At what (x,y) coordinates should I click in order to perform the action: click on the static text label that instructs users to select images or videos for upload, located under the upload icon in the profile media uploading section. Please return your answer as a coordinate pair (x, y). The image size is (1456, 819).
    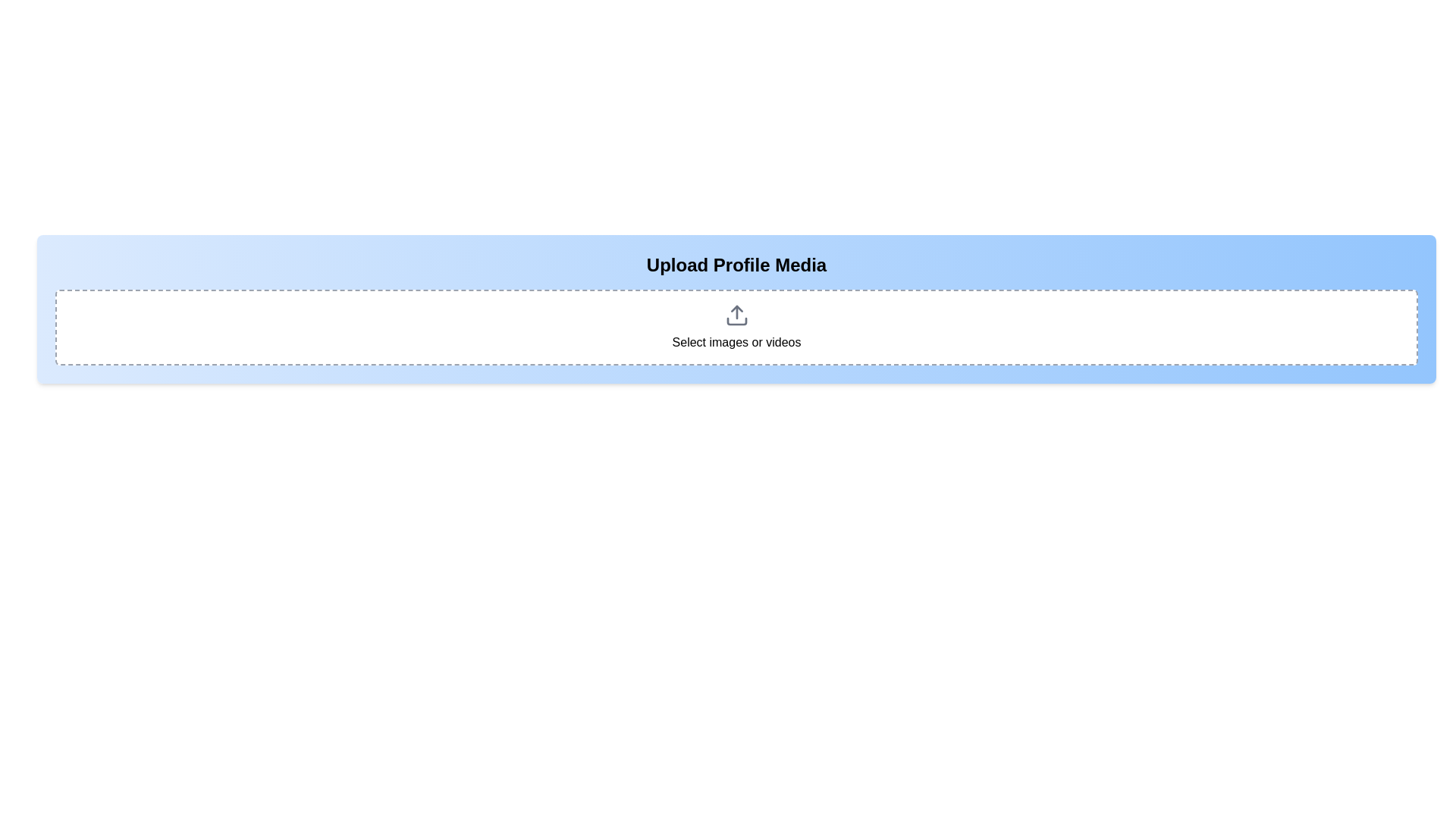
    Looking at the image, I should click on (736, 342).